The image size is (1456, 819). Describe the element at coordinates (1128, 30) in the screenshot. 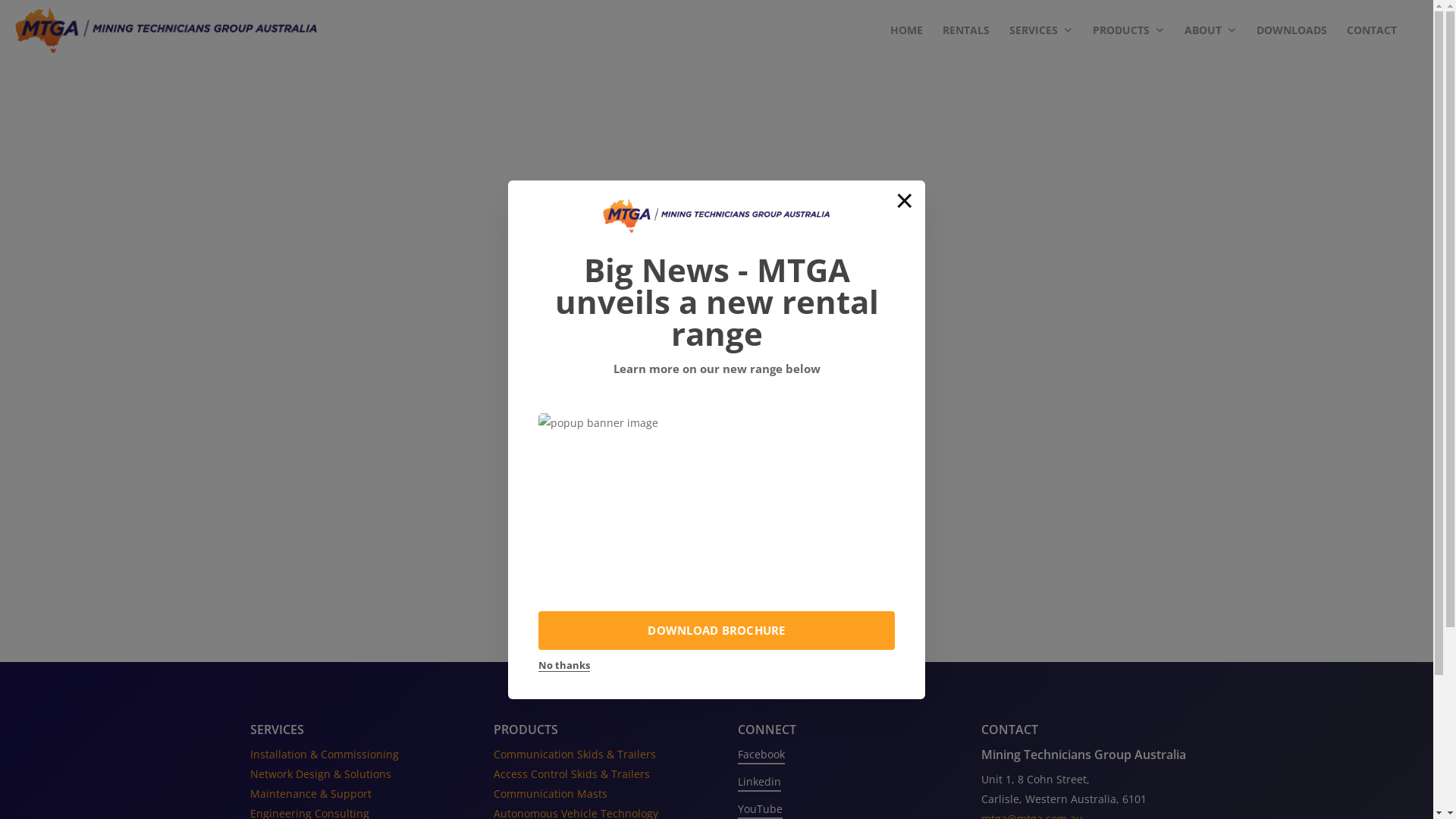

I see `'PRODUCTS'` at that location.